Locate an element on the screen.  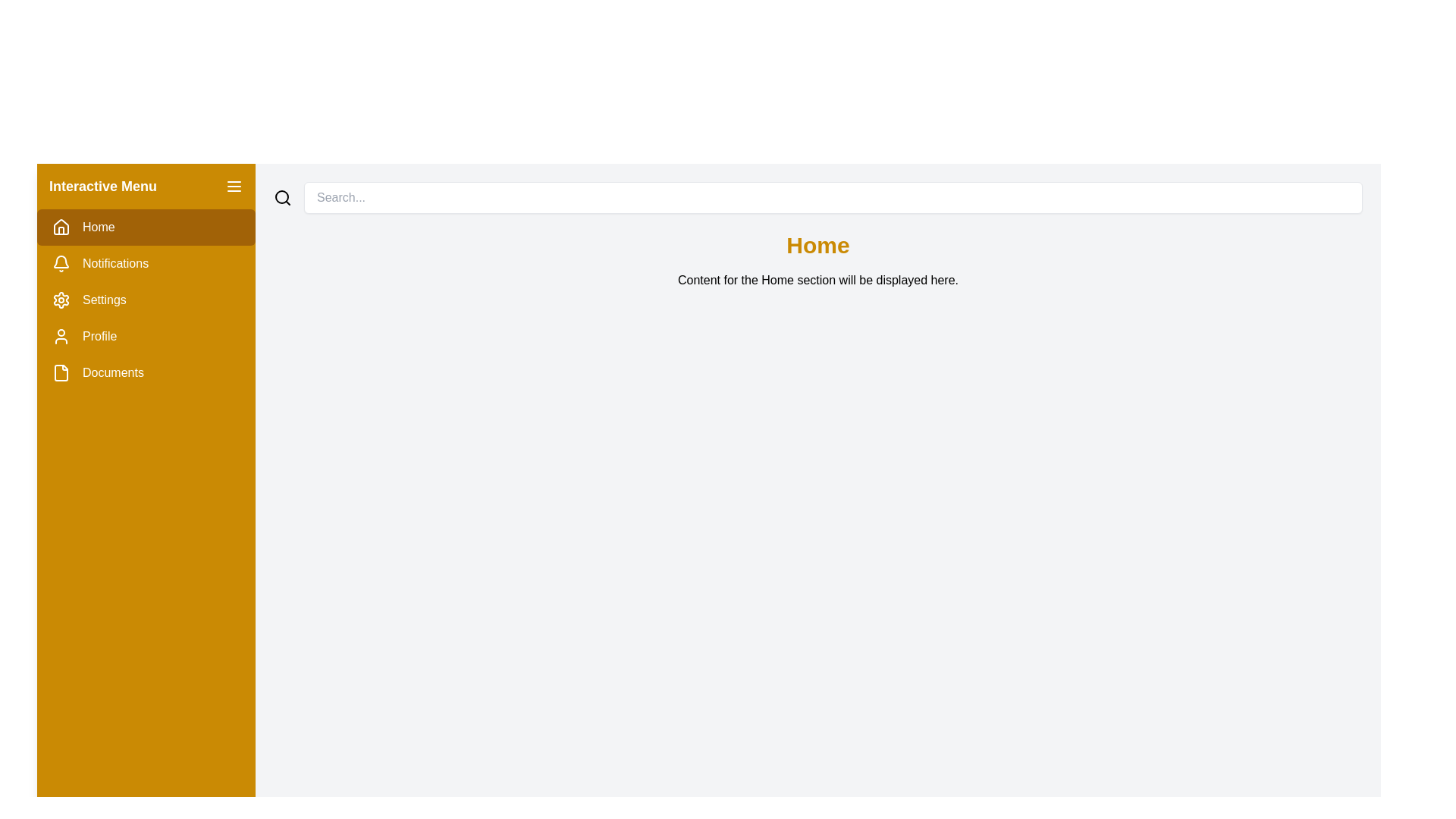
the search icon located at the top-right corner of the interface, positioned directly to the left of the search input field is located at coordinates (283, 197).